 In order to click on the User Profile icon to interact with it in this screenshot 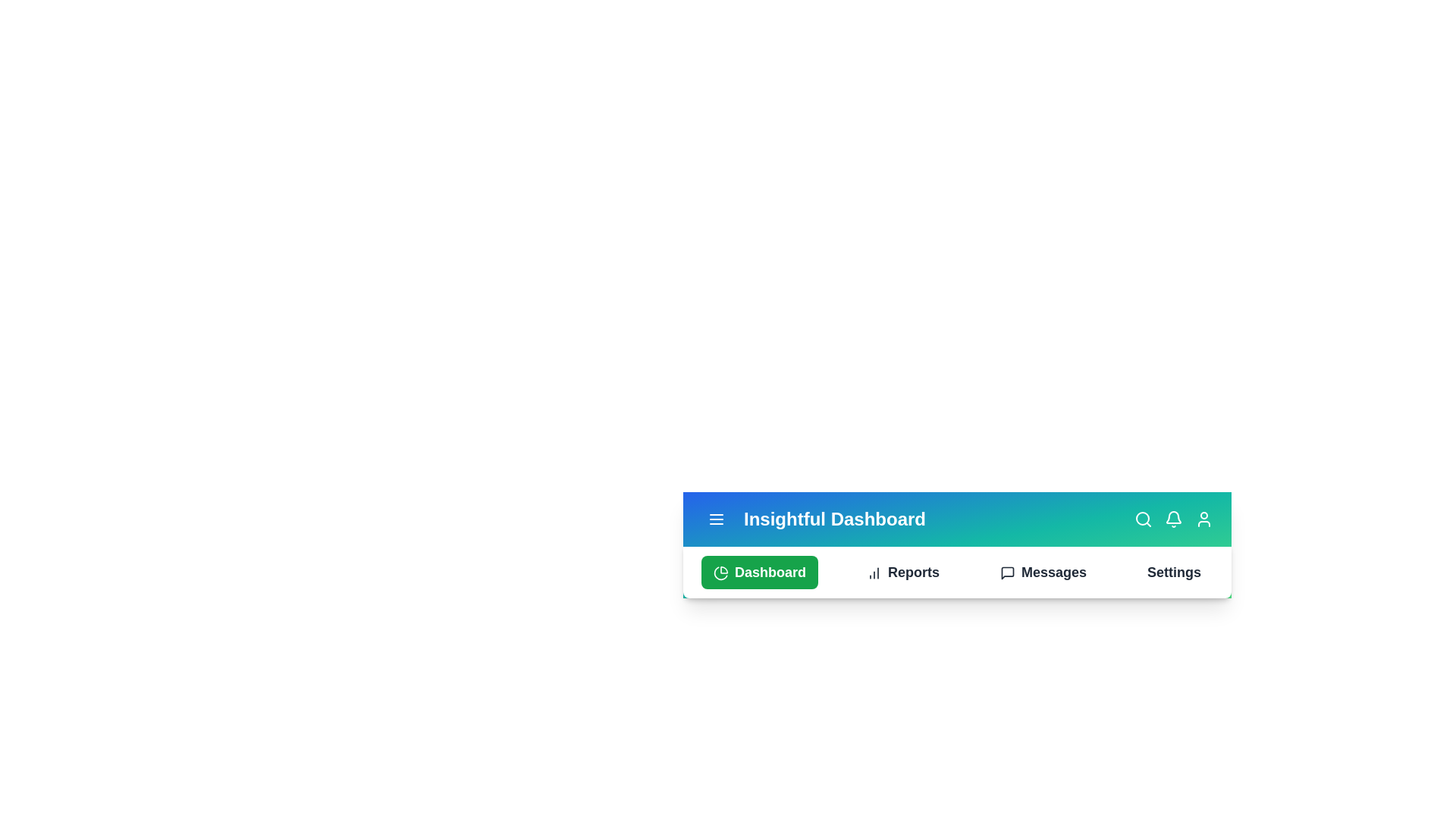, I will do `click(1203, 519)`.